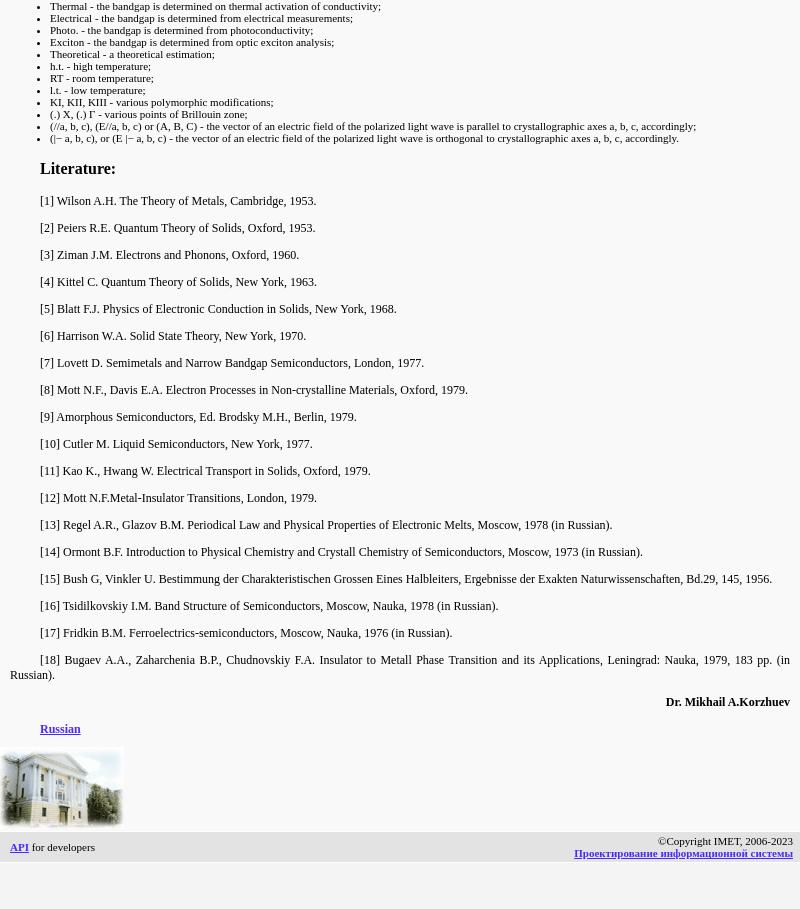 This screenshot has height=909, width=800. I want to click on '[2] Peiers R.E. Quantum Theory of Solids, Oxford, 1953.', so click(176, 226).